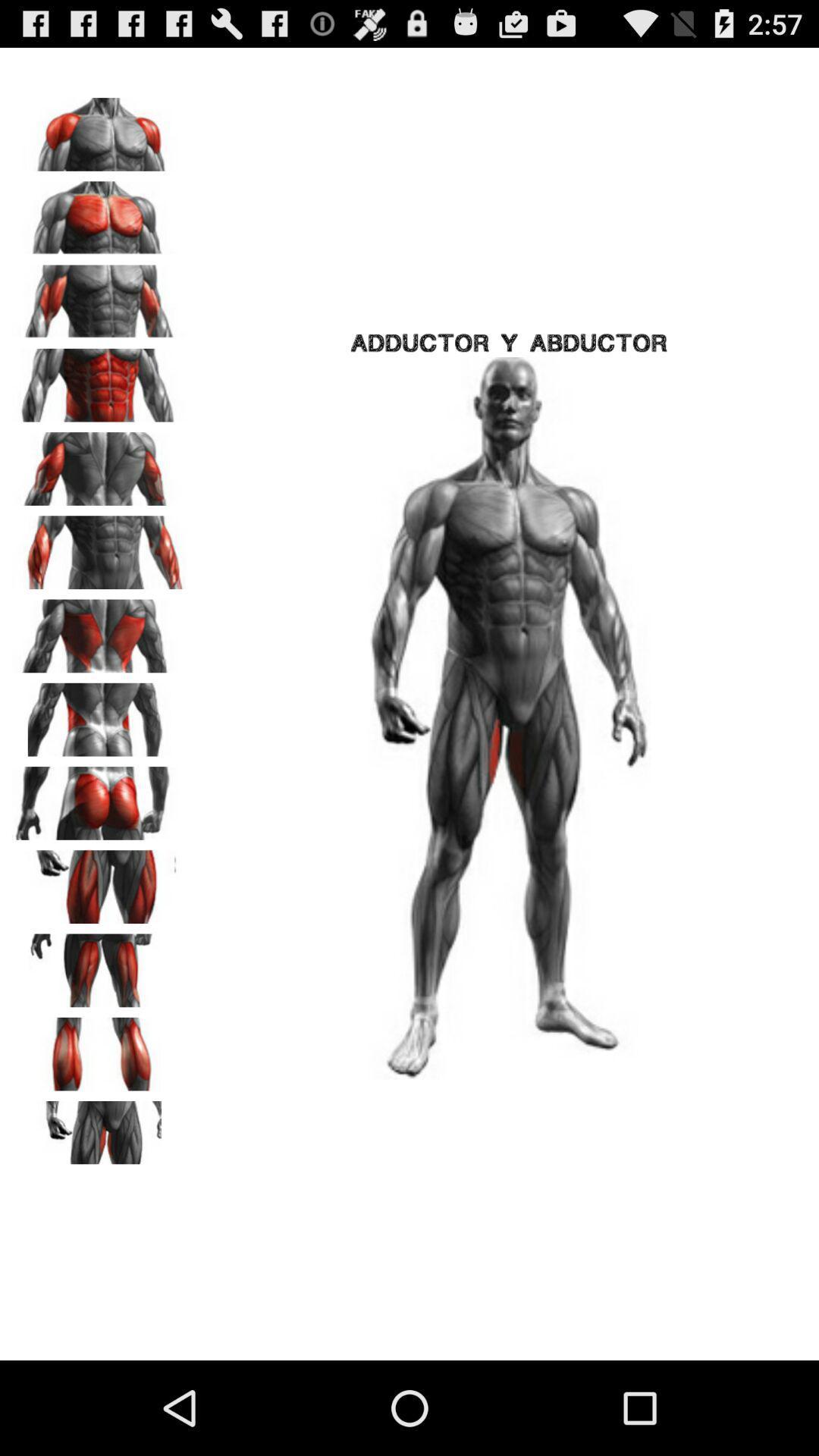 This screenshot has height=1456, width=819. What do you see at coordinates (99, 1048) in the screenshot?
I see `selected body part` at bounding box center [99, 1048].